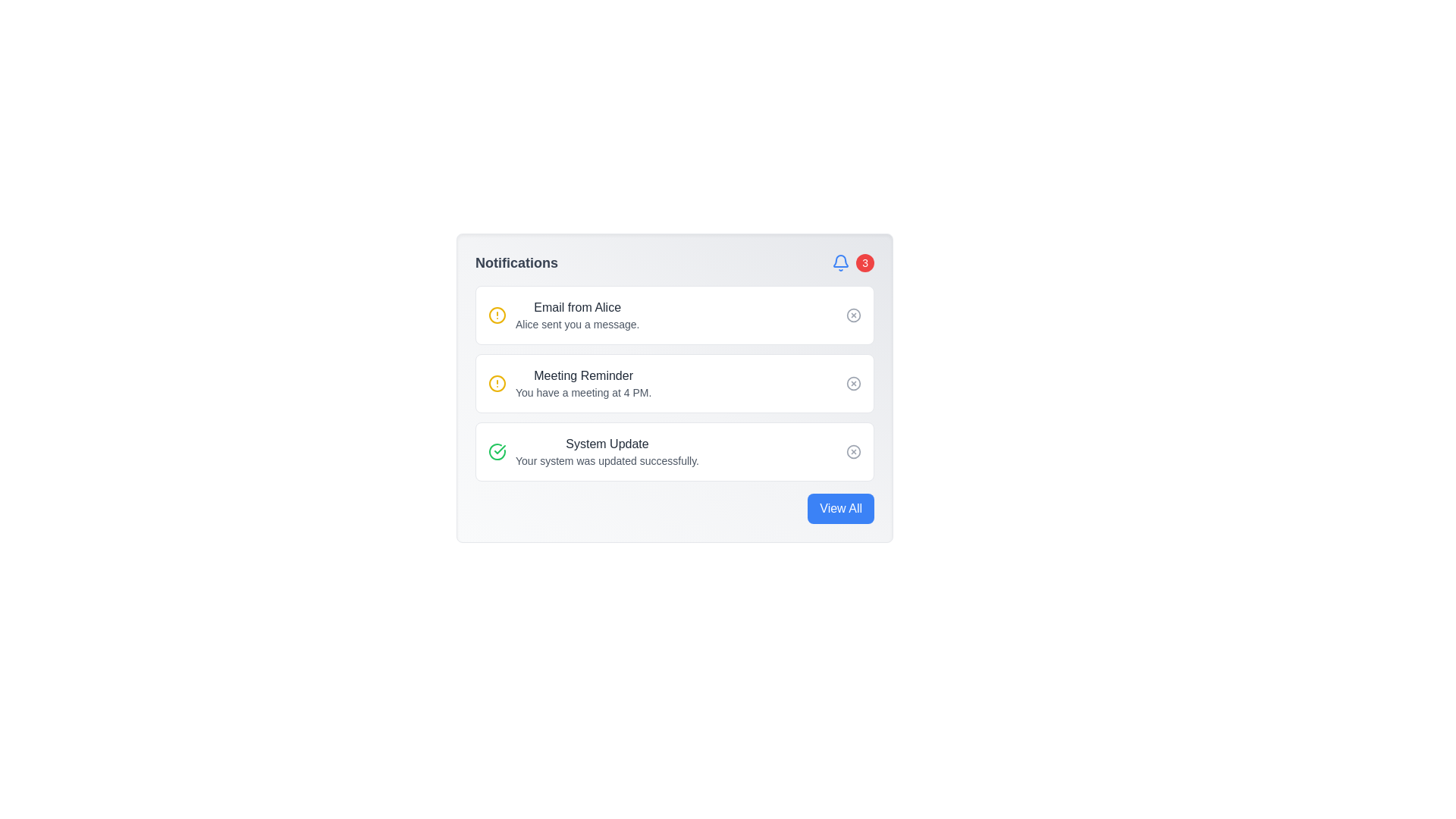  I want to click on the third notification item in the vertically stacked notification card that informs the user of a successful system update, so click(592, 451).